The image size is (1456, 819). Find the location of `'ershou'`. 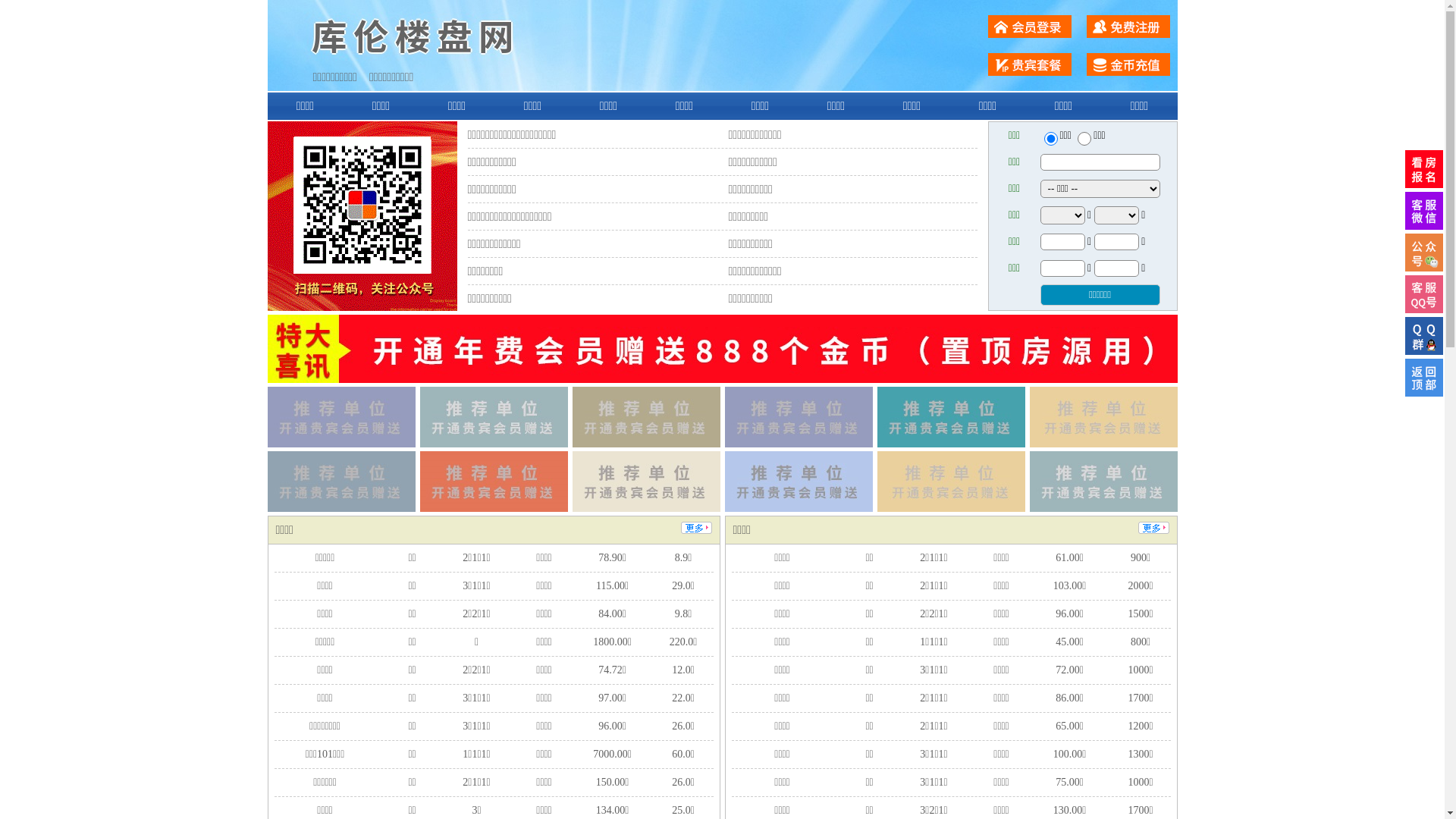

'ershou' is located at coordinates (1050, 138).